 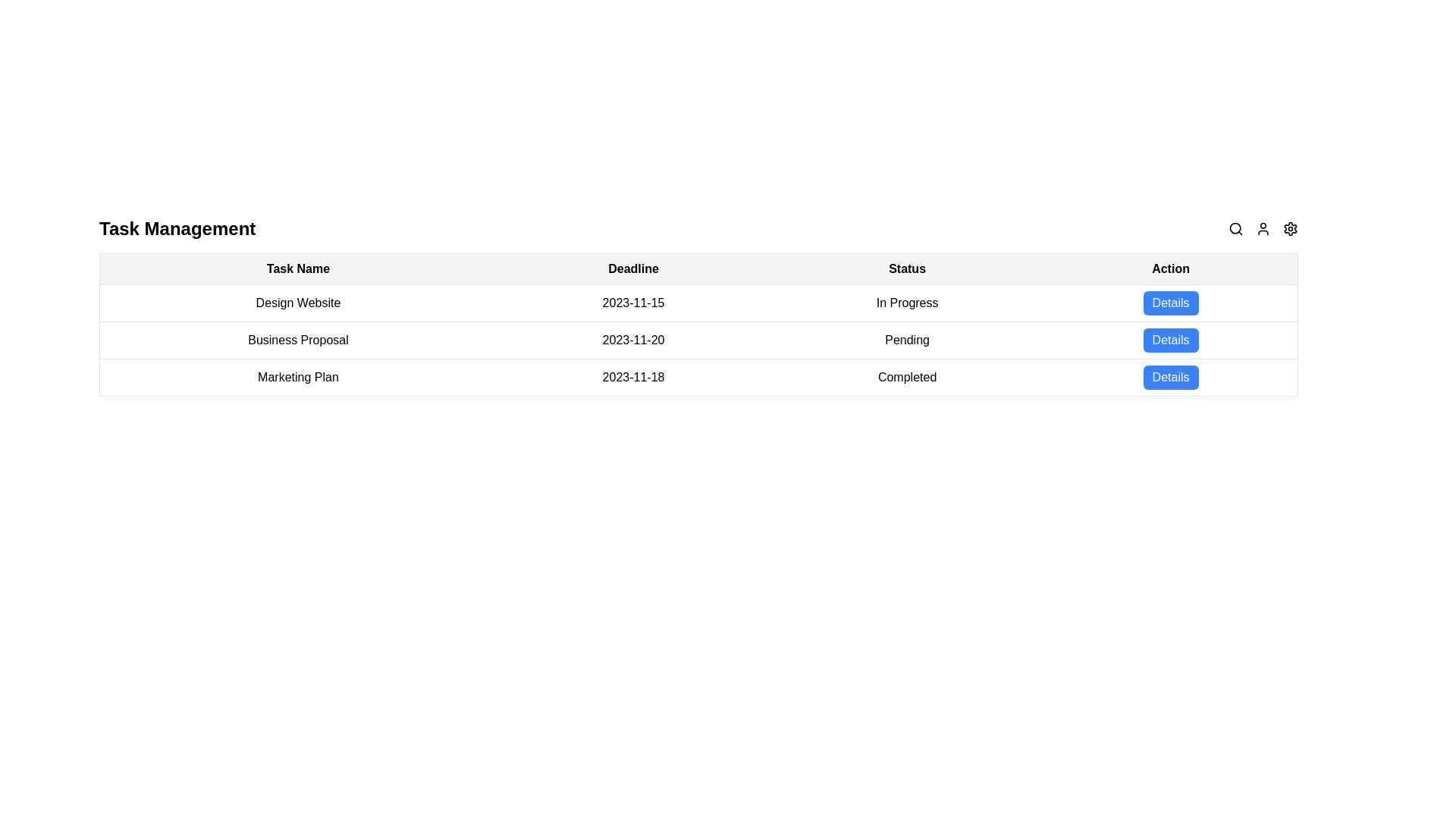 I want to click on the 'Details' button with a blue background and white text in the 'Action' column of the table row for the 'Business Proposal' task, so click(x=1170, y=339).